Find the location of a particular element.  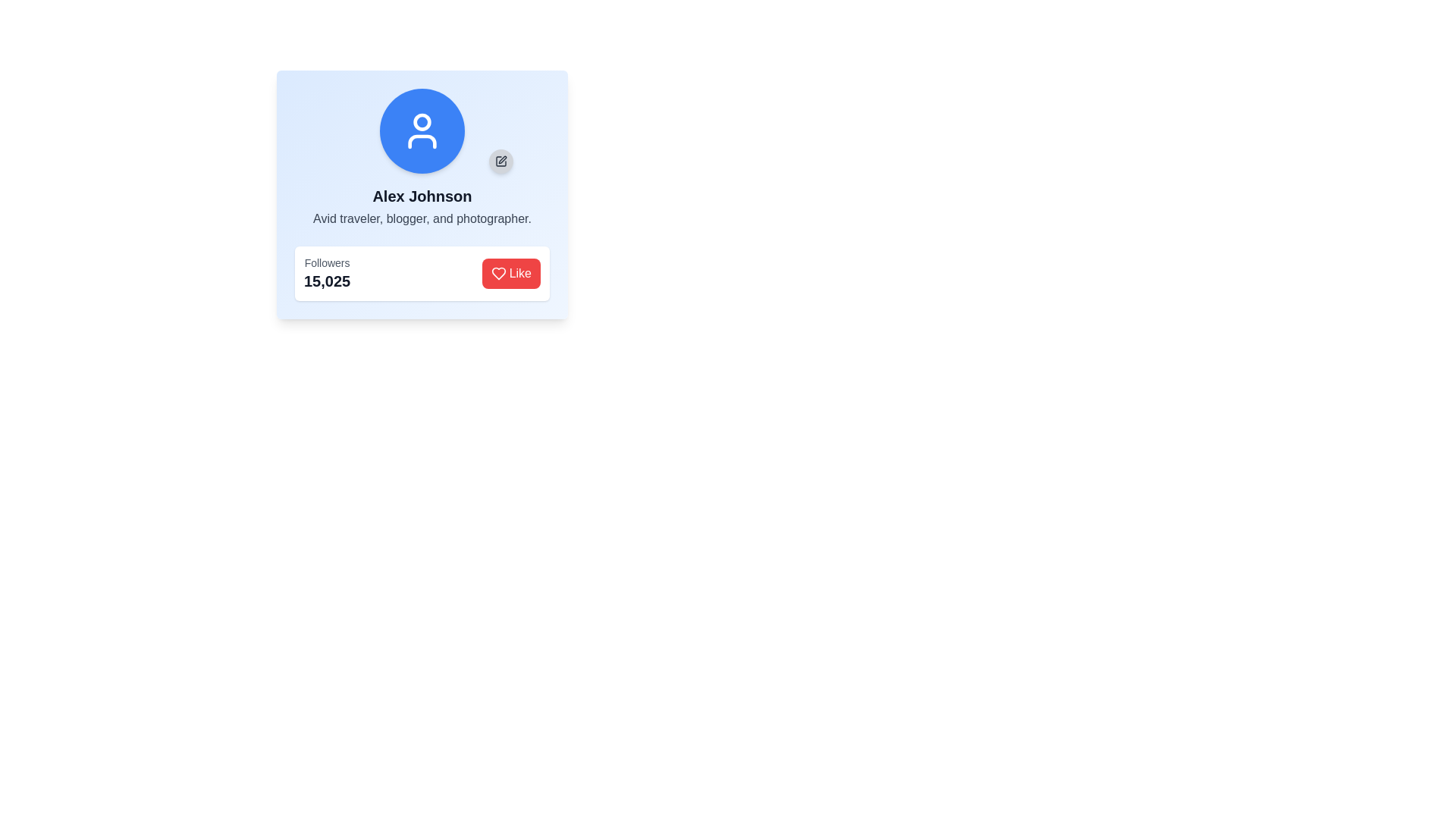

displayed text from the 'Followers' text label group, which shows 'Followers' in gray and '15,025' in bold black is located at coordinates (326, 274).